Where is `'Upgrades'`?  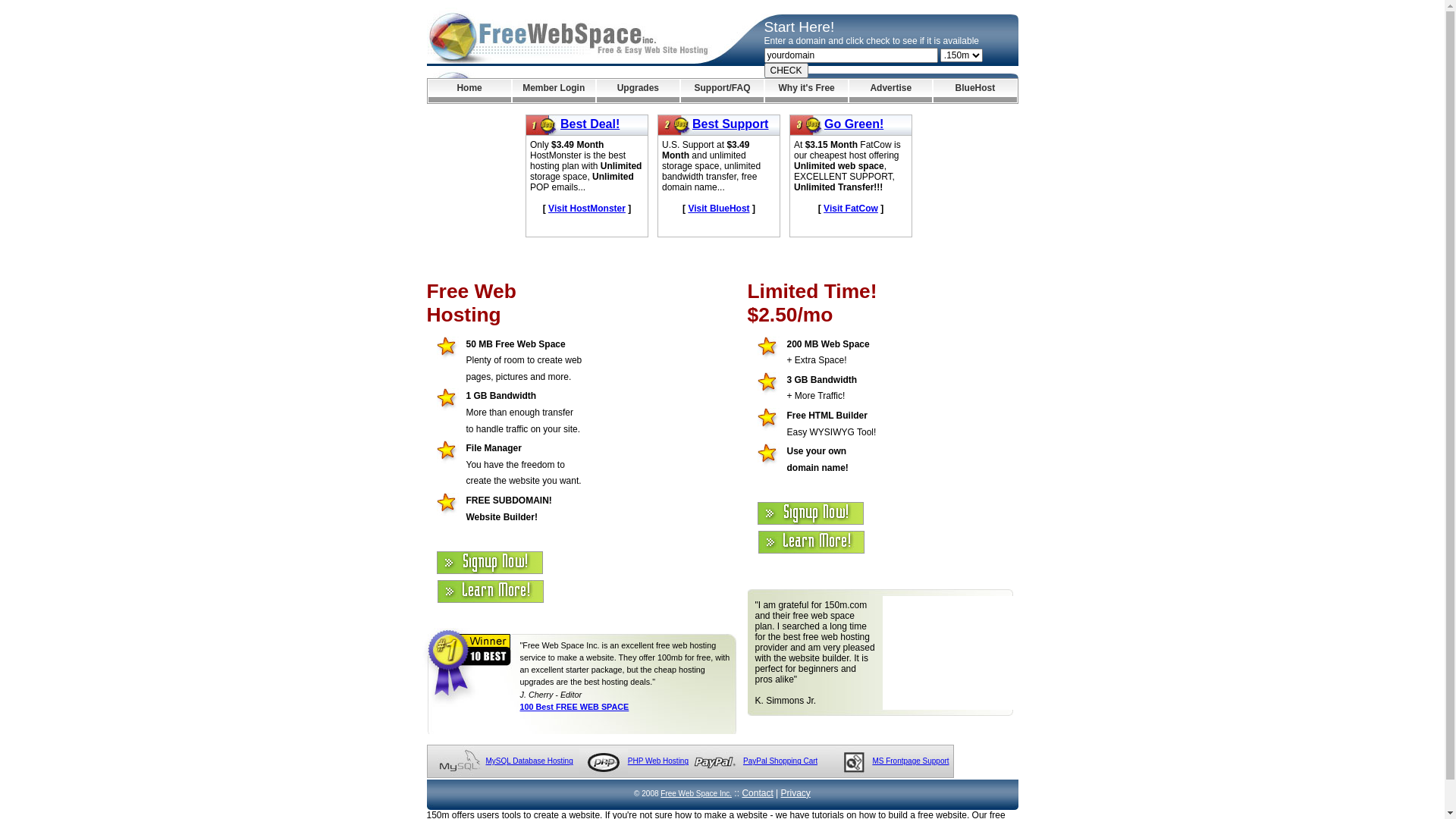
'Upgrades' is located at coordinates (638, 90).